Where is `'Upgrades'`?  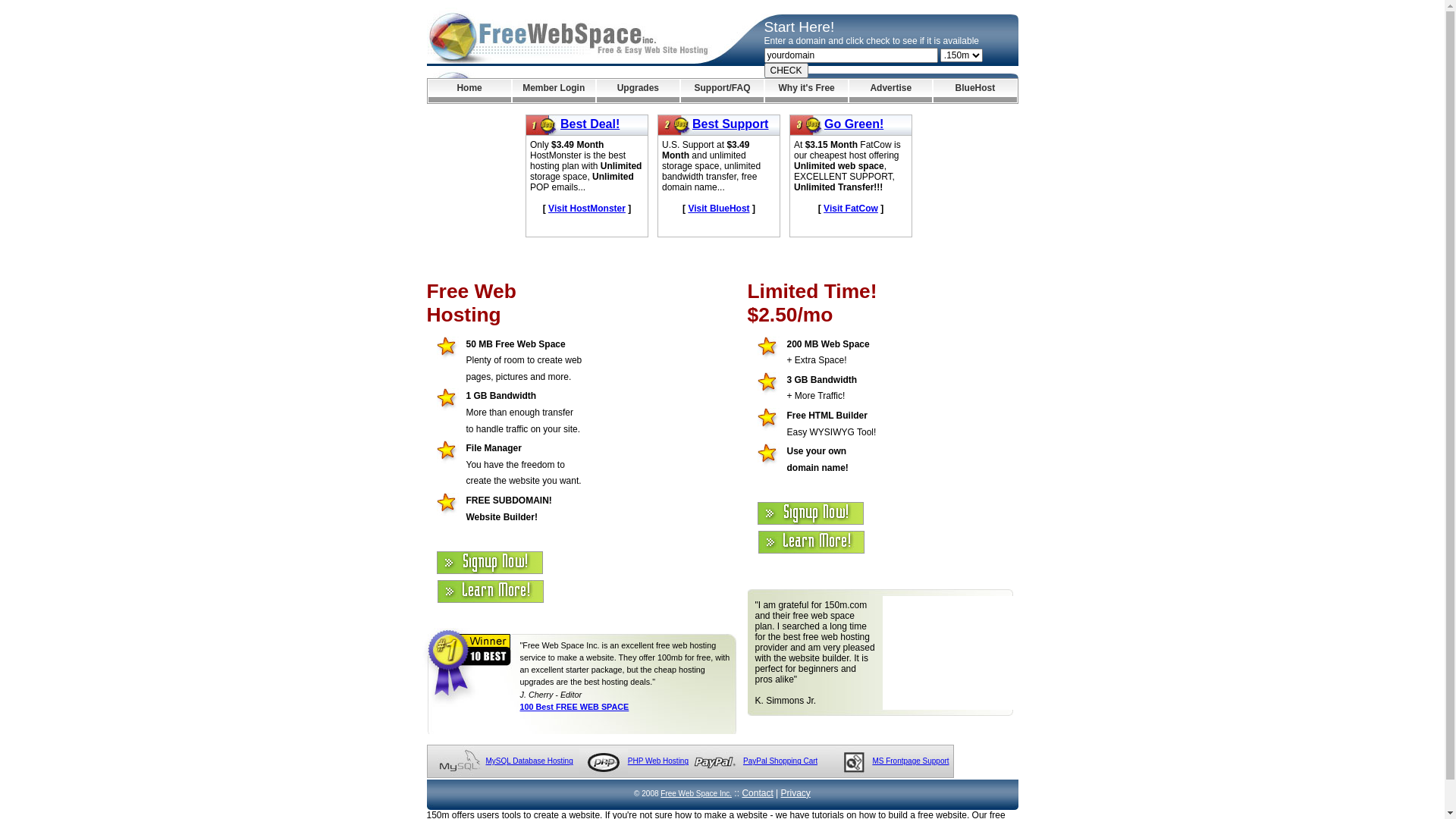
'Upgrades' is located at coordinates (638, 90).